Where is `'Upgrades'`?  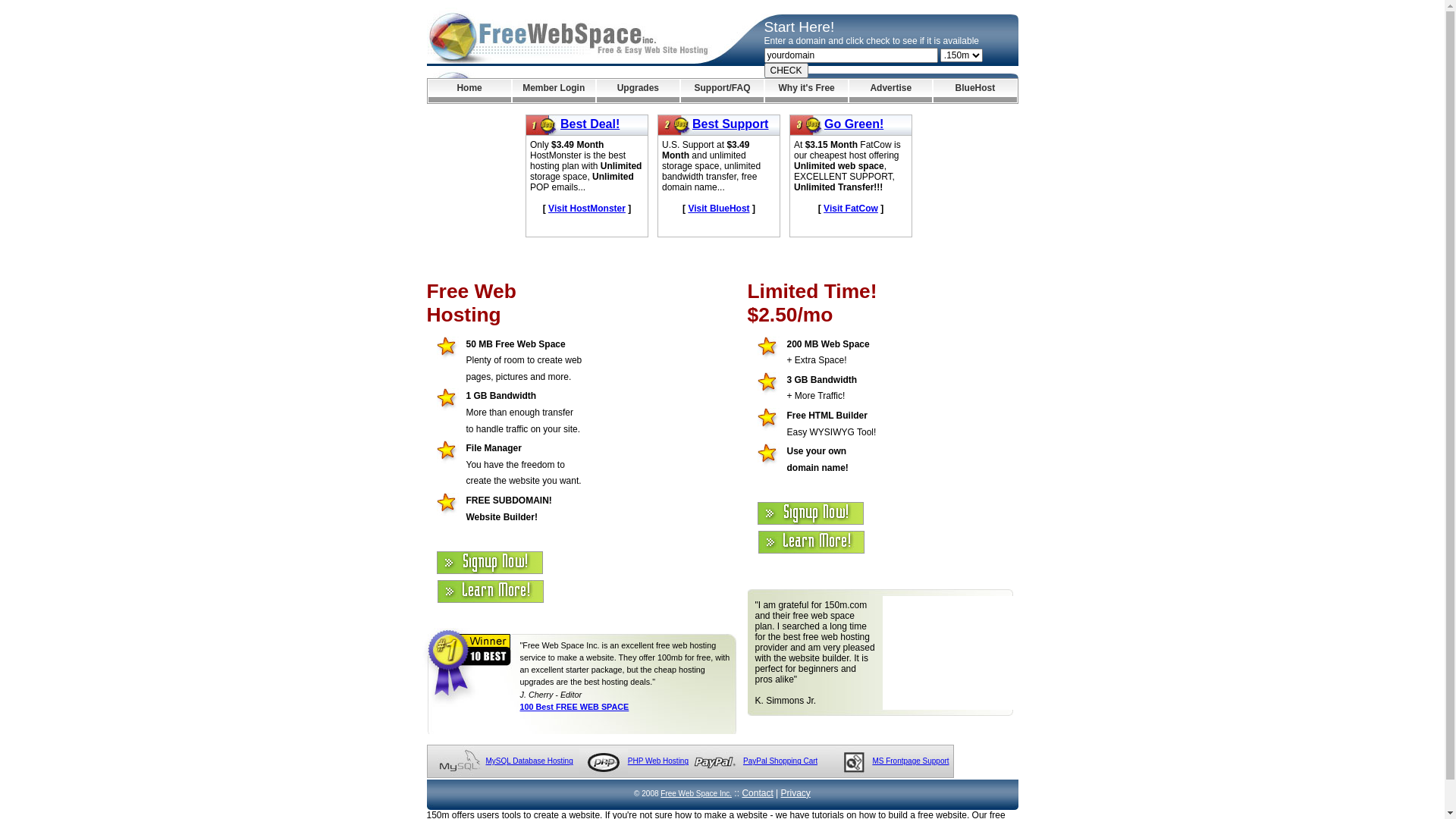
'Upgrades' is located at coordinates (638, 90).